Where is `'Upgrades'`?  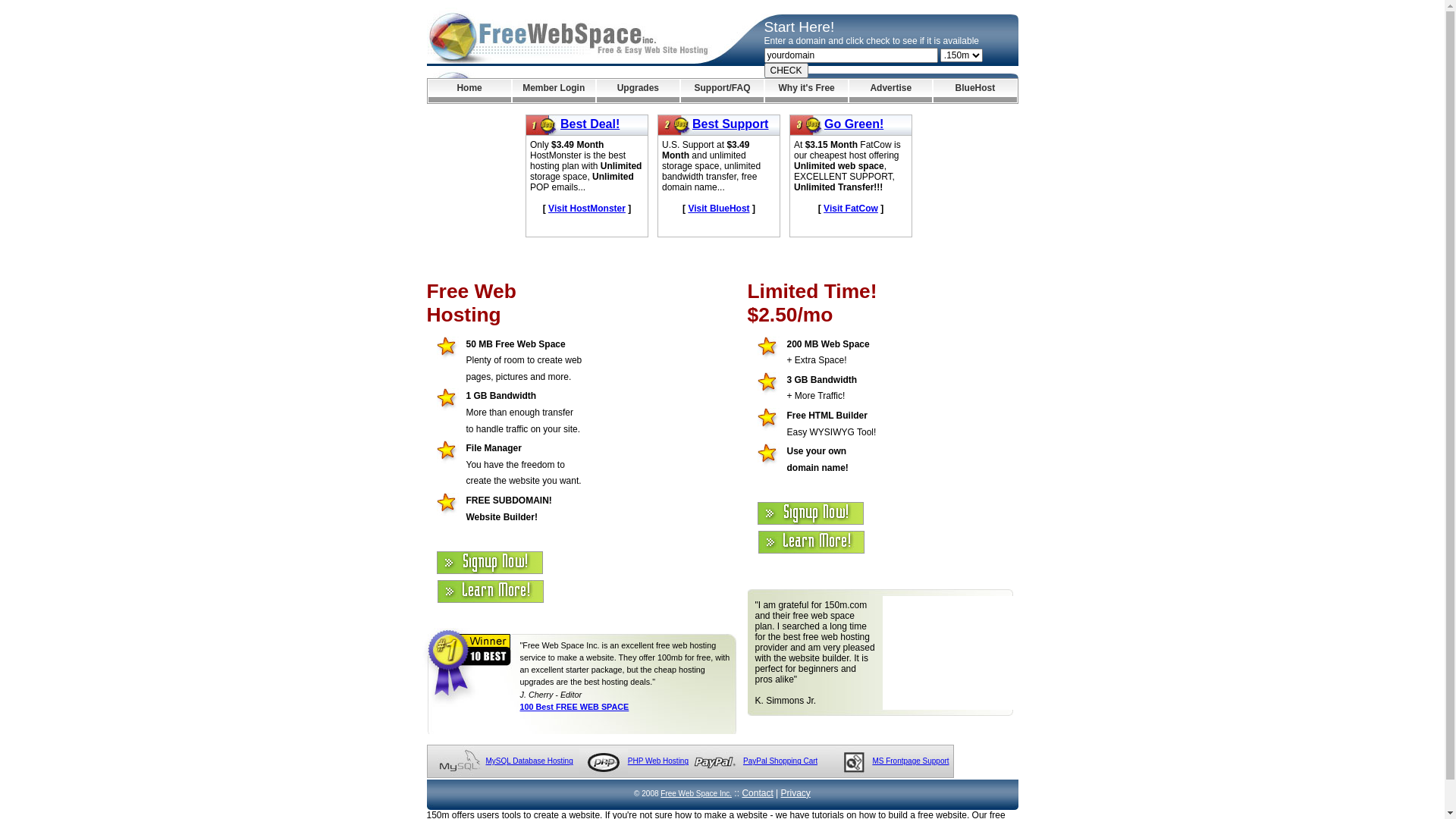
'Upgrades' is located at coordinates (638, 90).